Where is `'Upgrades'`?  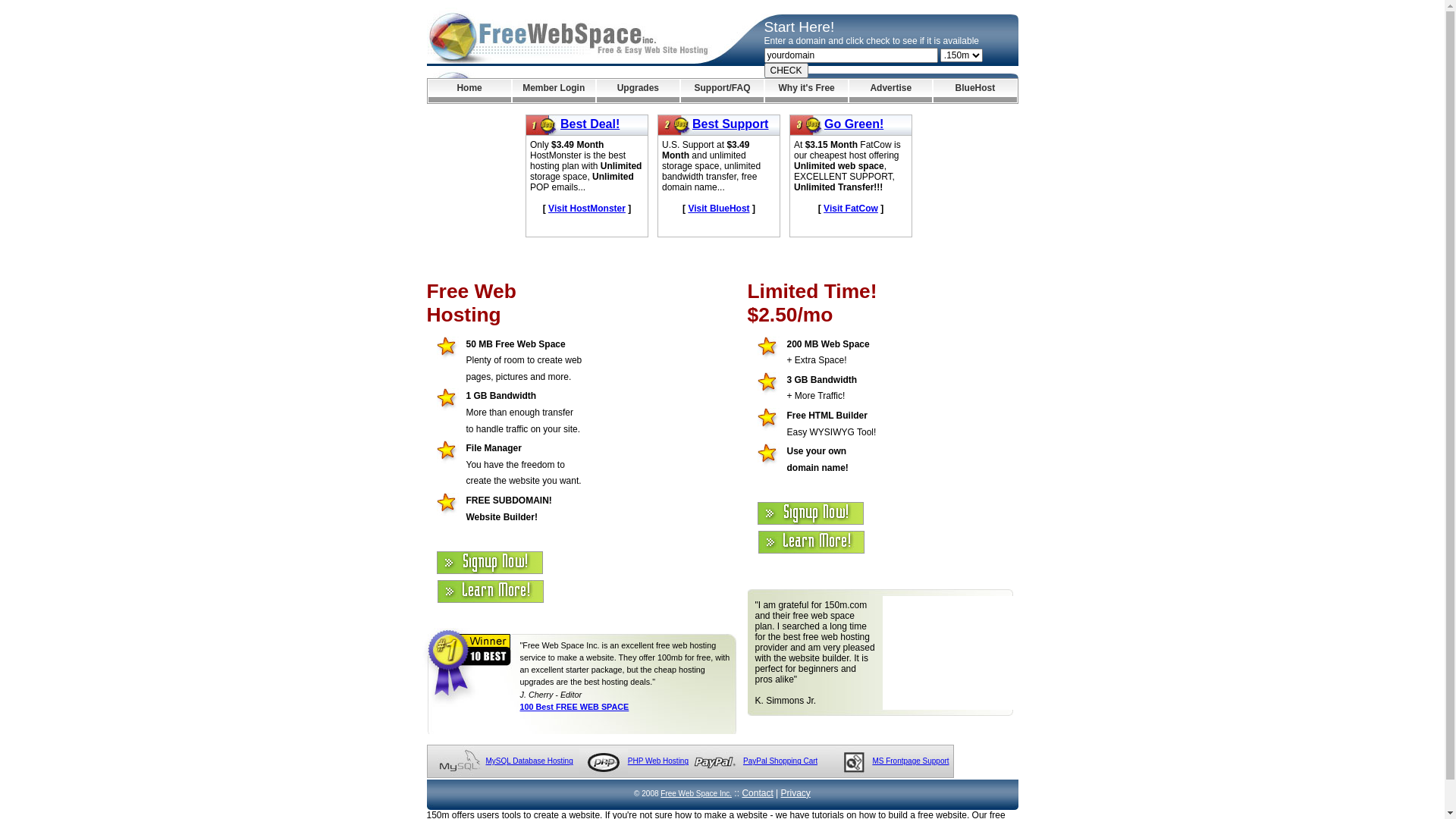
'Upgrades' is located at coordinates (638, 90).